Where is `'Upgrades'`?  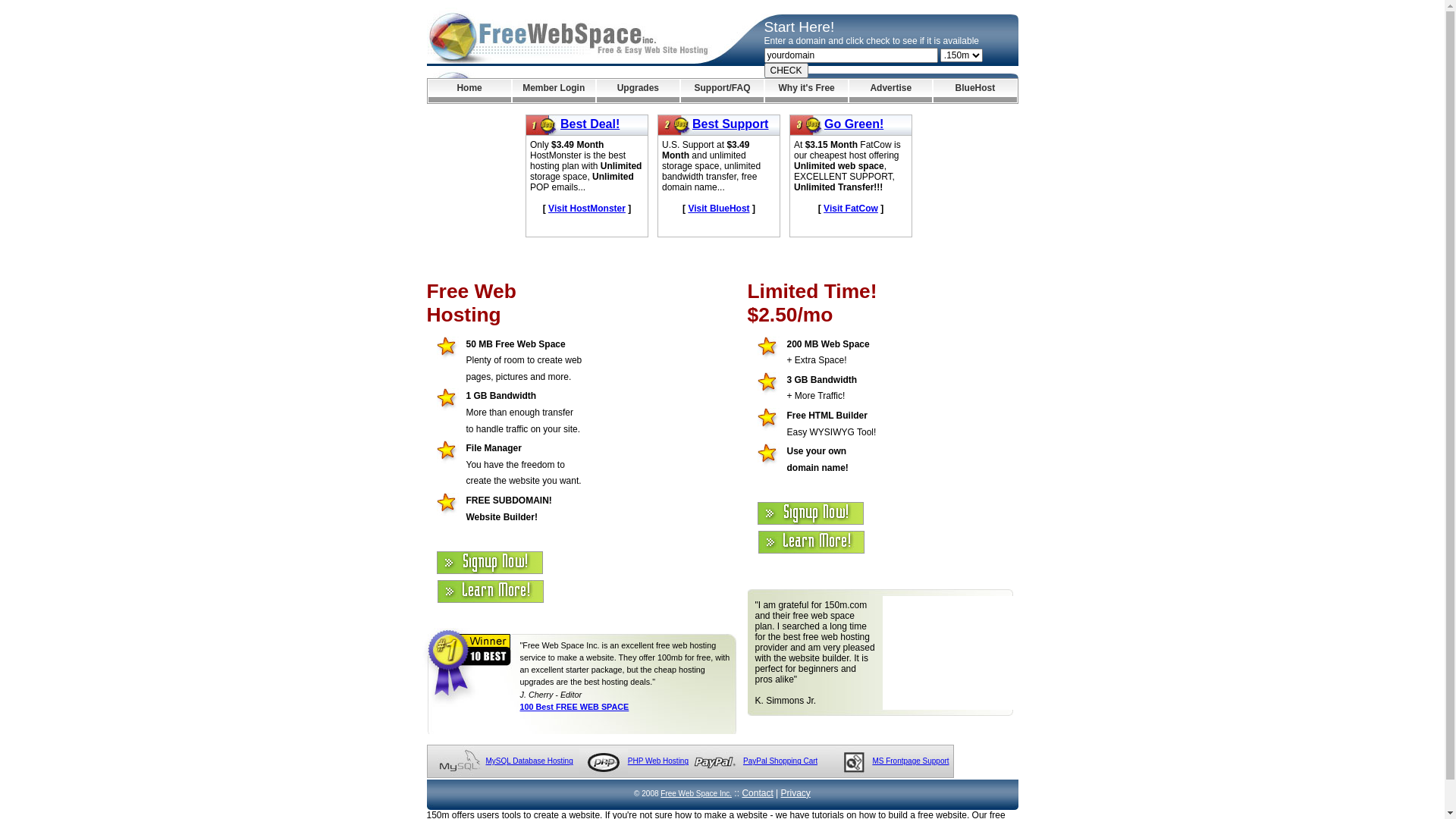
'Upgrades' is located at coordinates (638, 90).